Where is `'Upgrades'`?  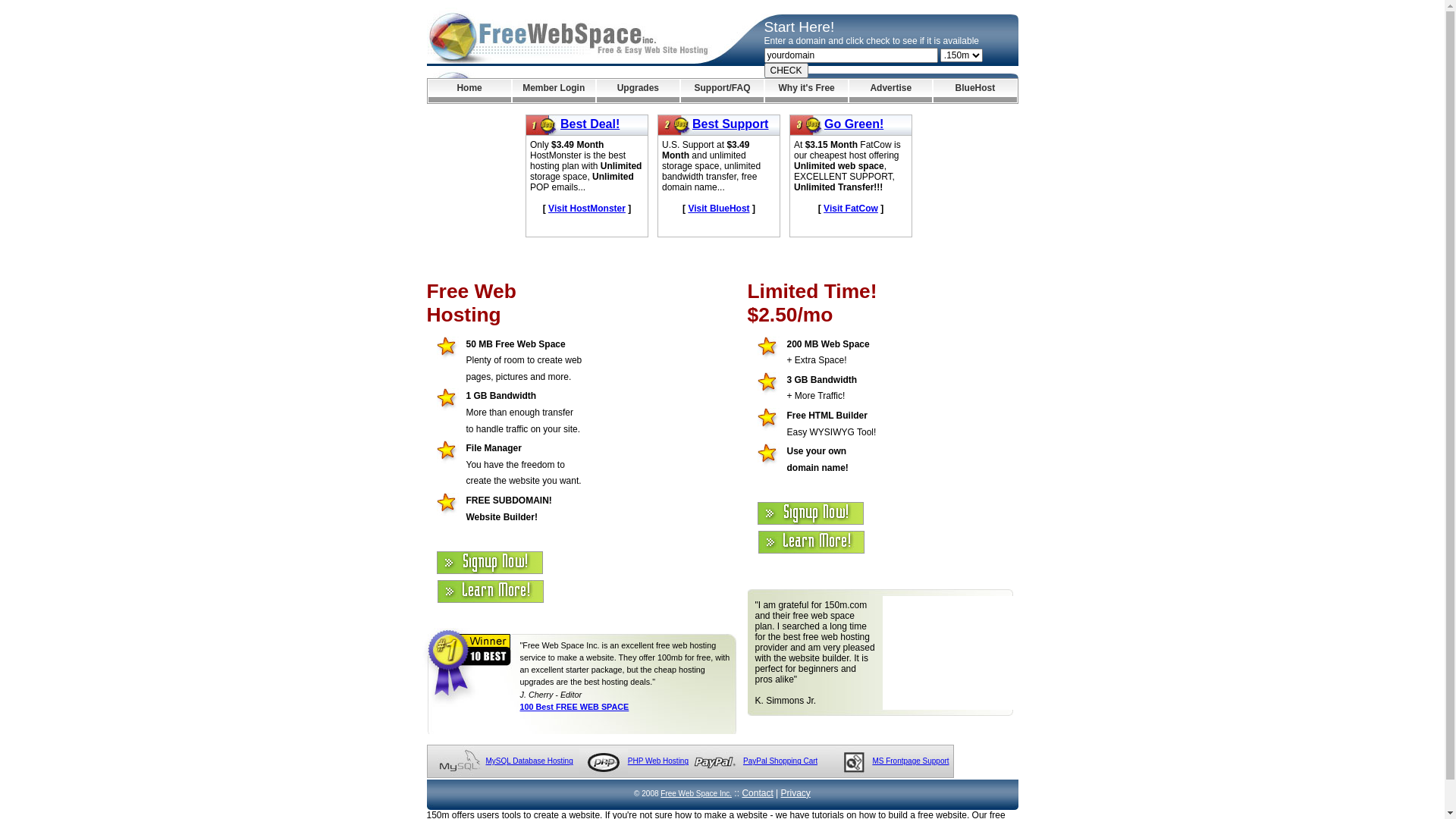
'Upgrades' is located at coordinates (638, 90).